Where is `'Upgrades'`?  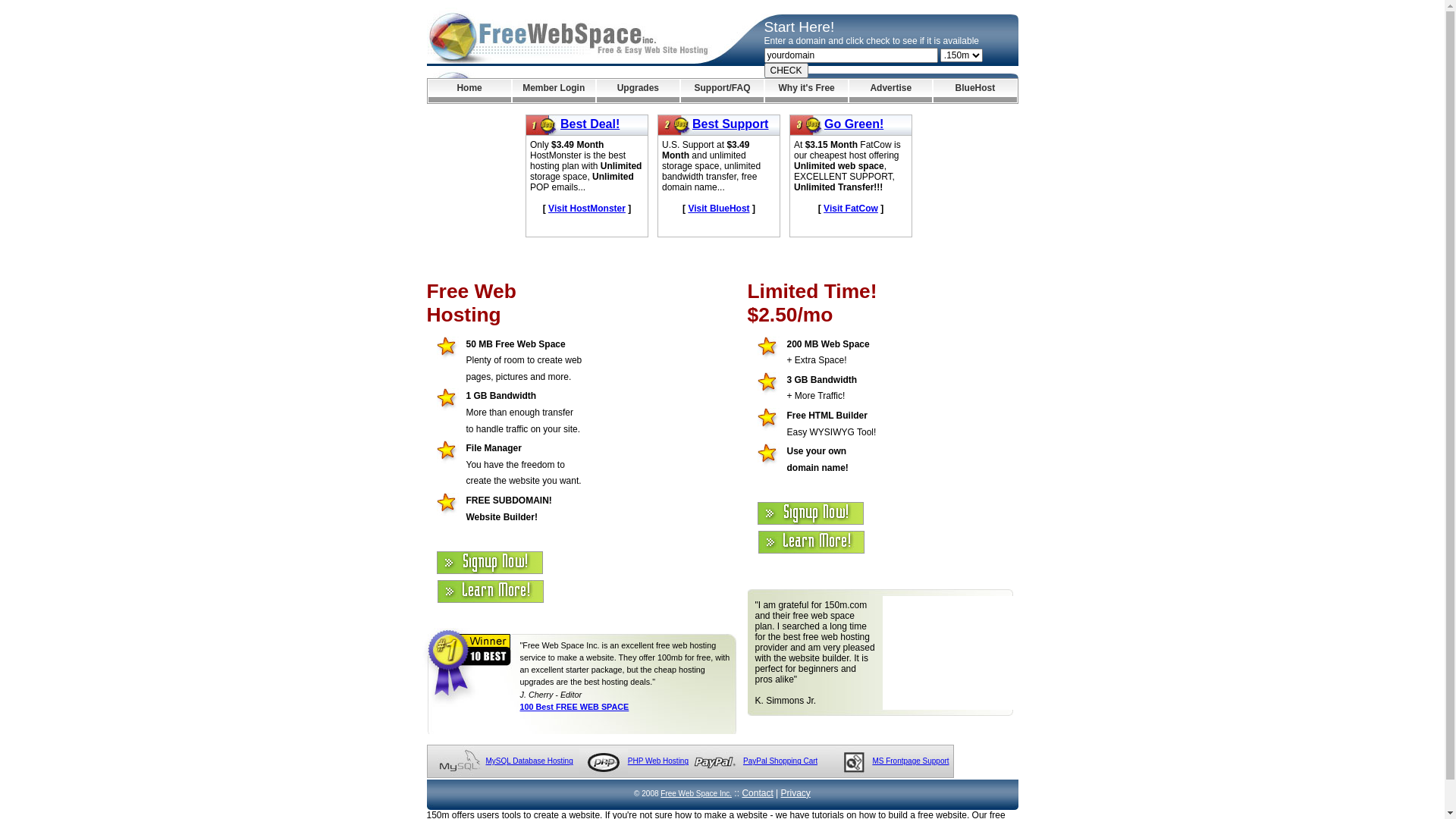
'Upgrades' is located at coordinates (638, 90).